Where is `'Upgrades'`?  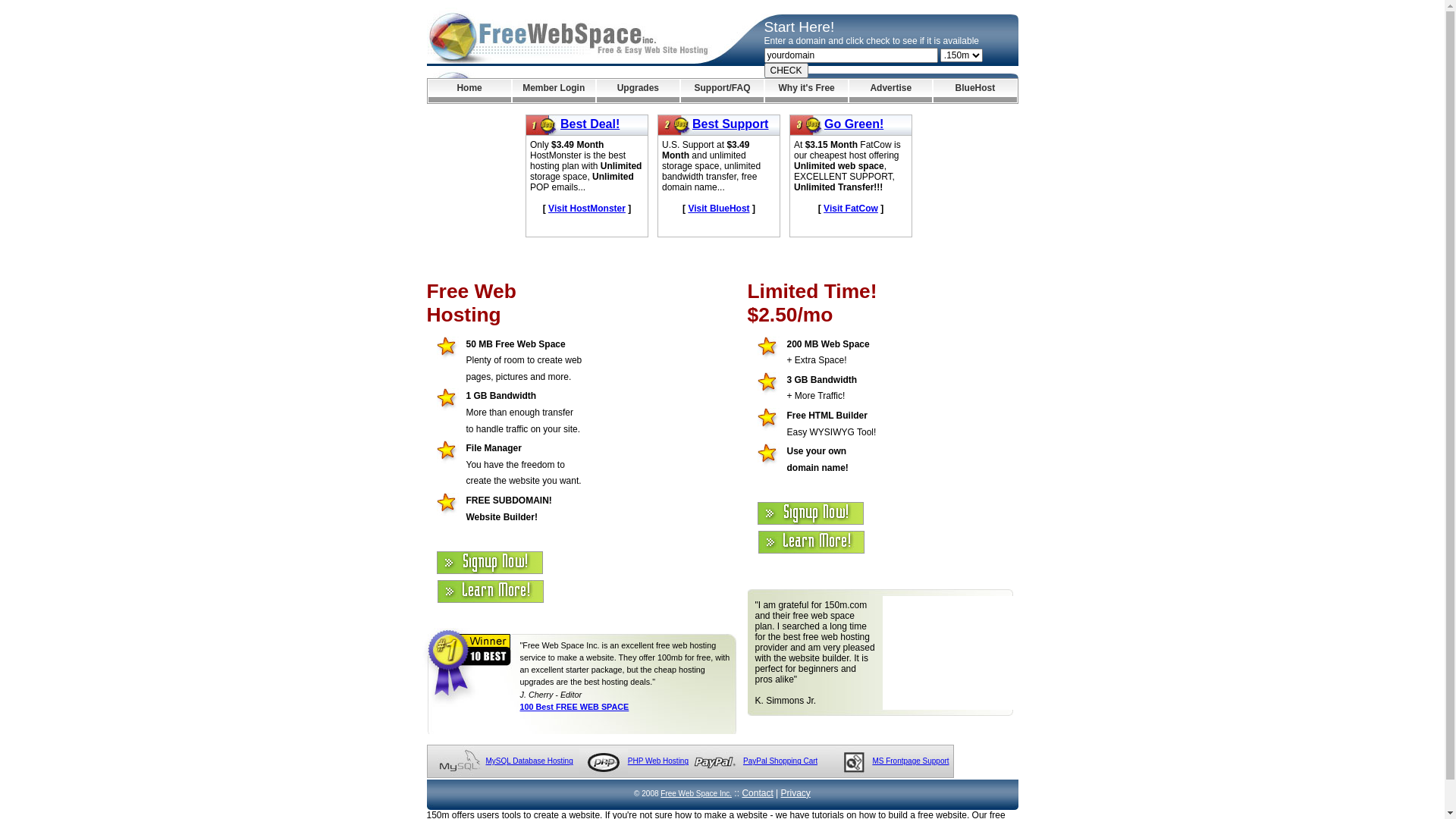
'Upgrades' is located at coordinates (638, 90).